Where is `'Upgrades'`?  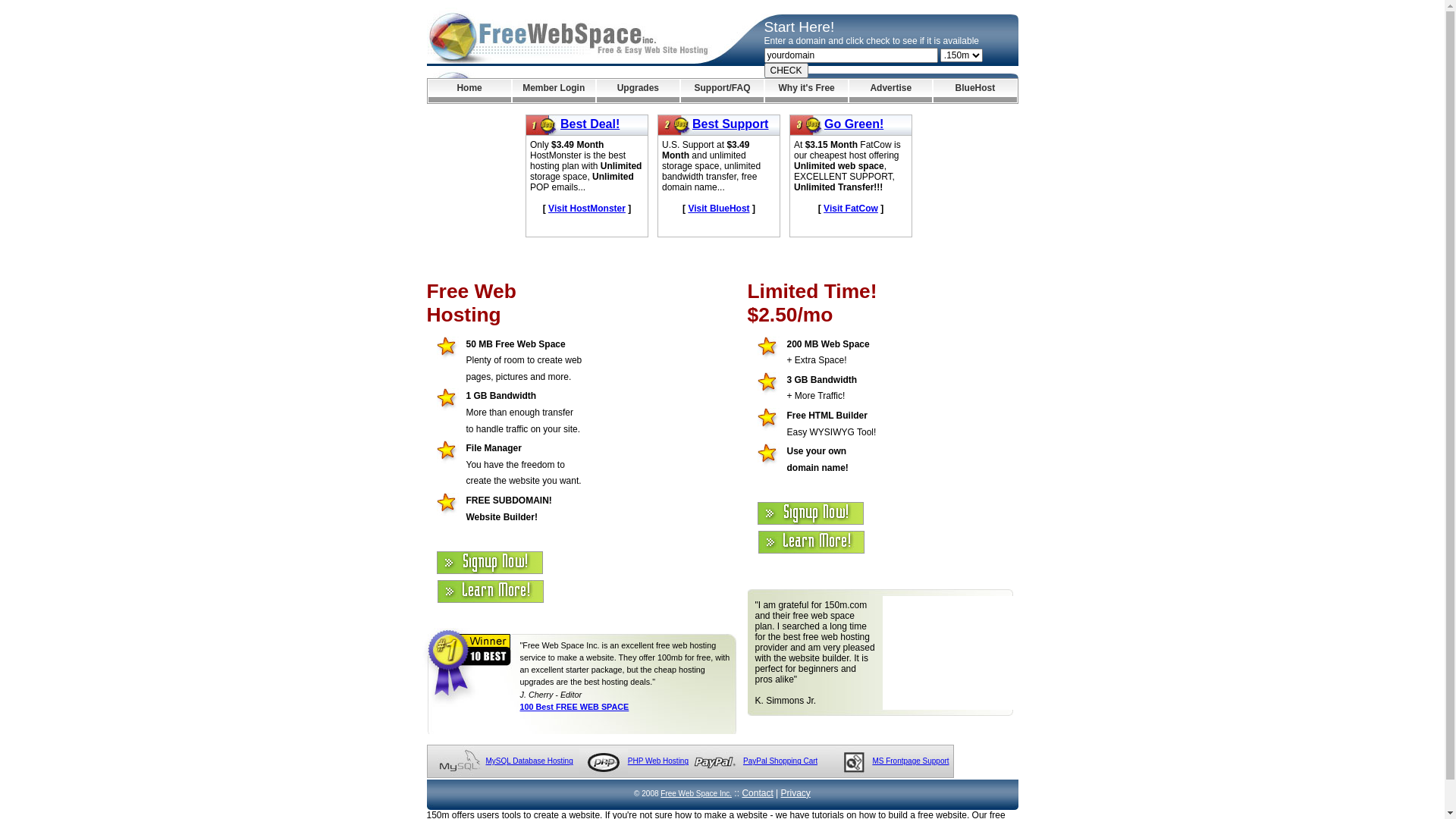
'Upgrades' is located at coordinates (638, 90).